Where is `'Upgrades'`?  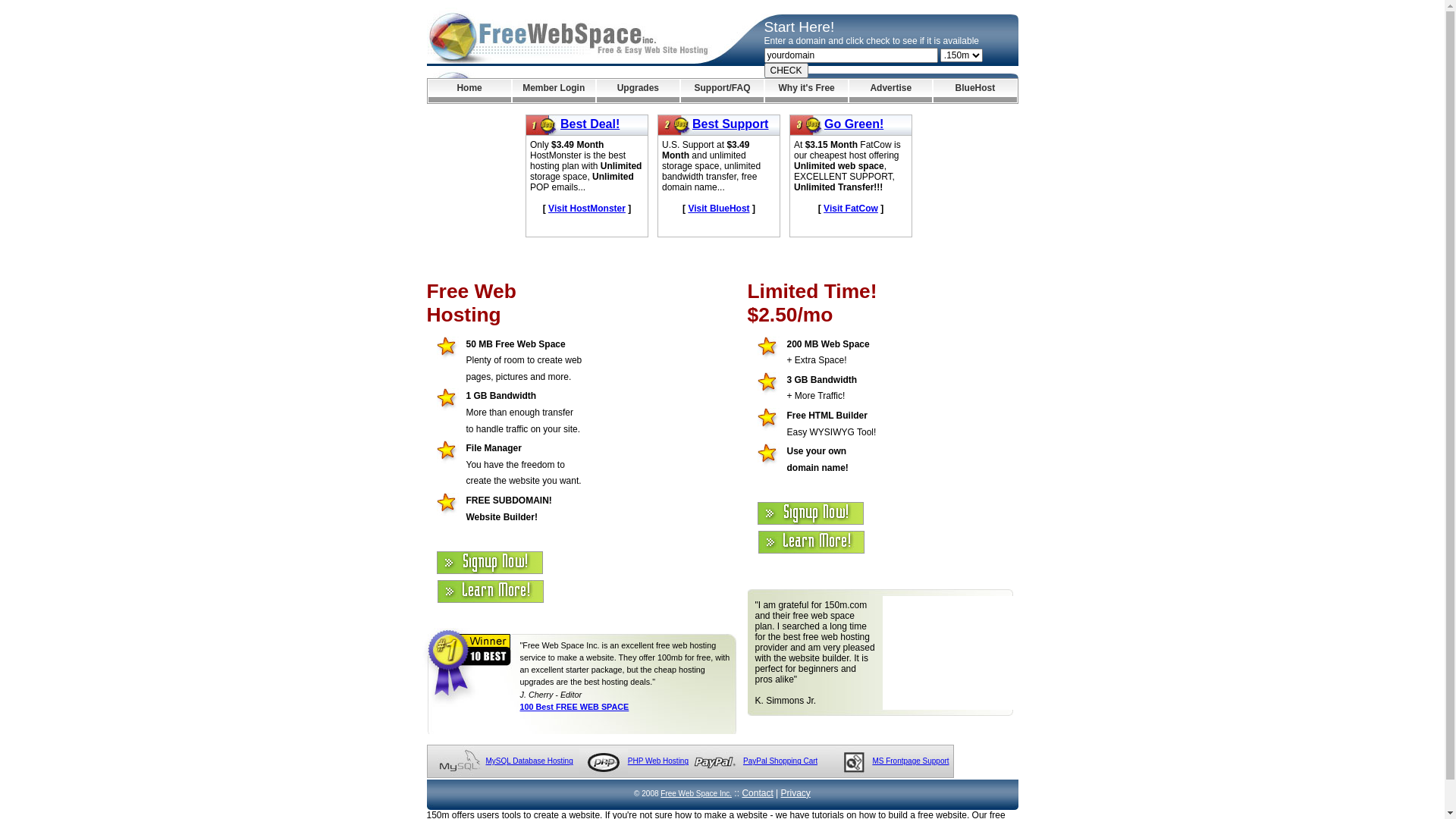
'Upgrades' is located at coordinates (638, 90).